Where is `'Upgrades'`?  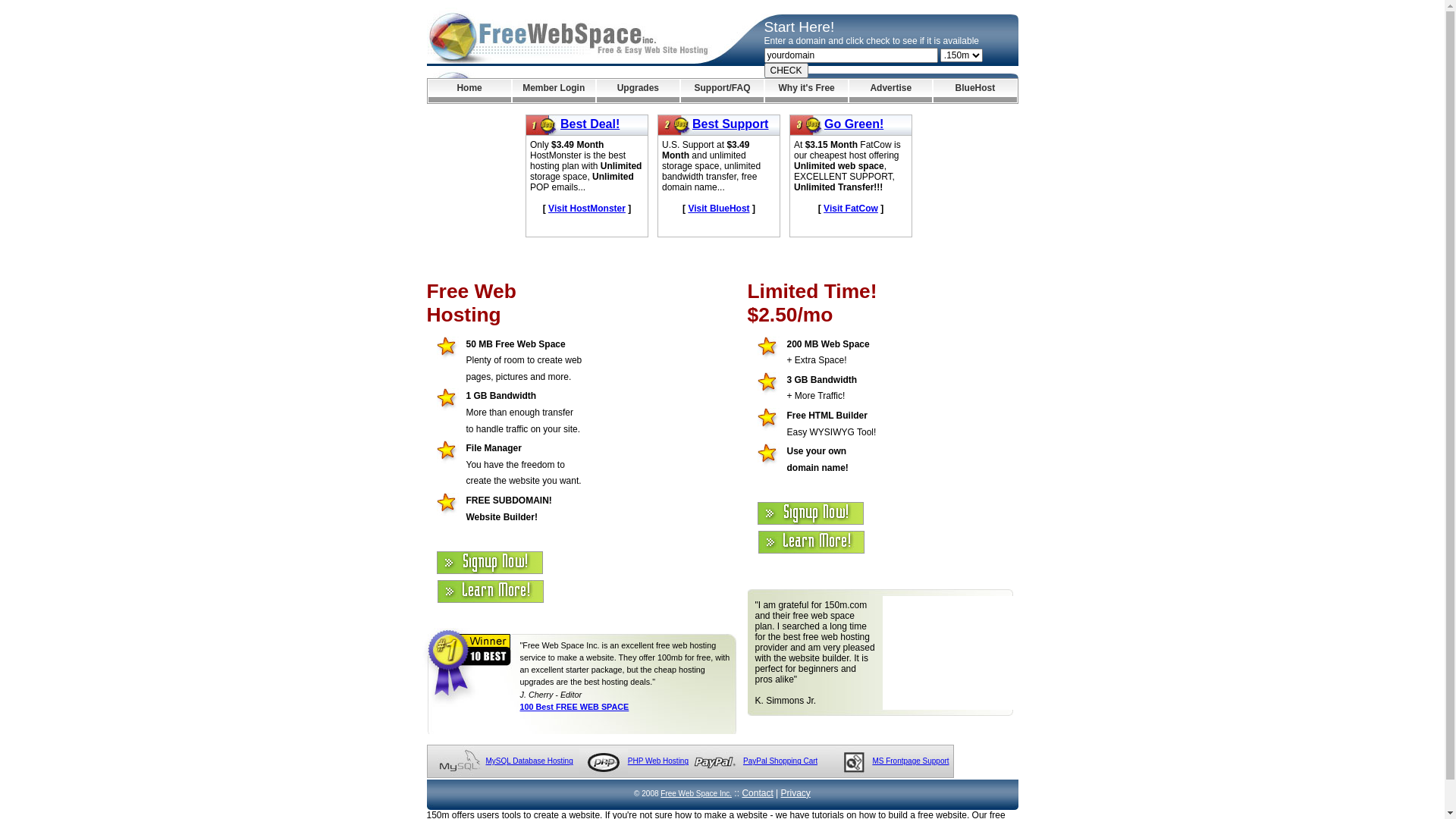
'Upgrades' is located at coordinates (638, 90).